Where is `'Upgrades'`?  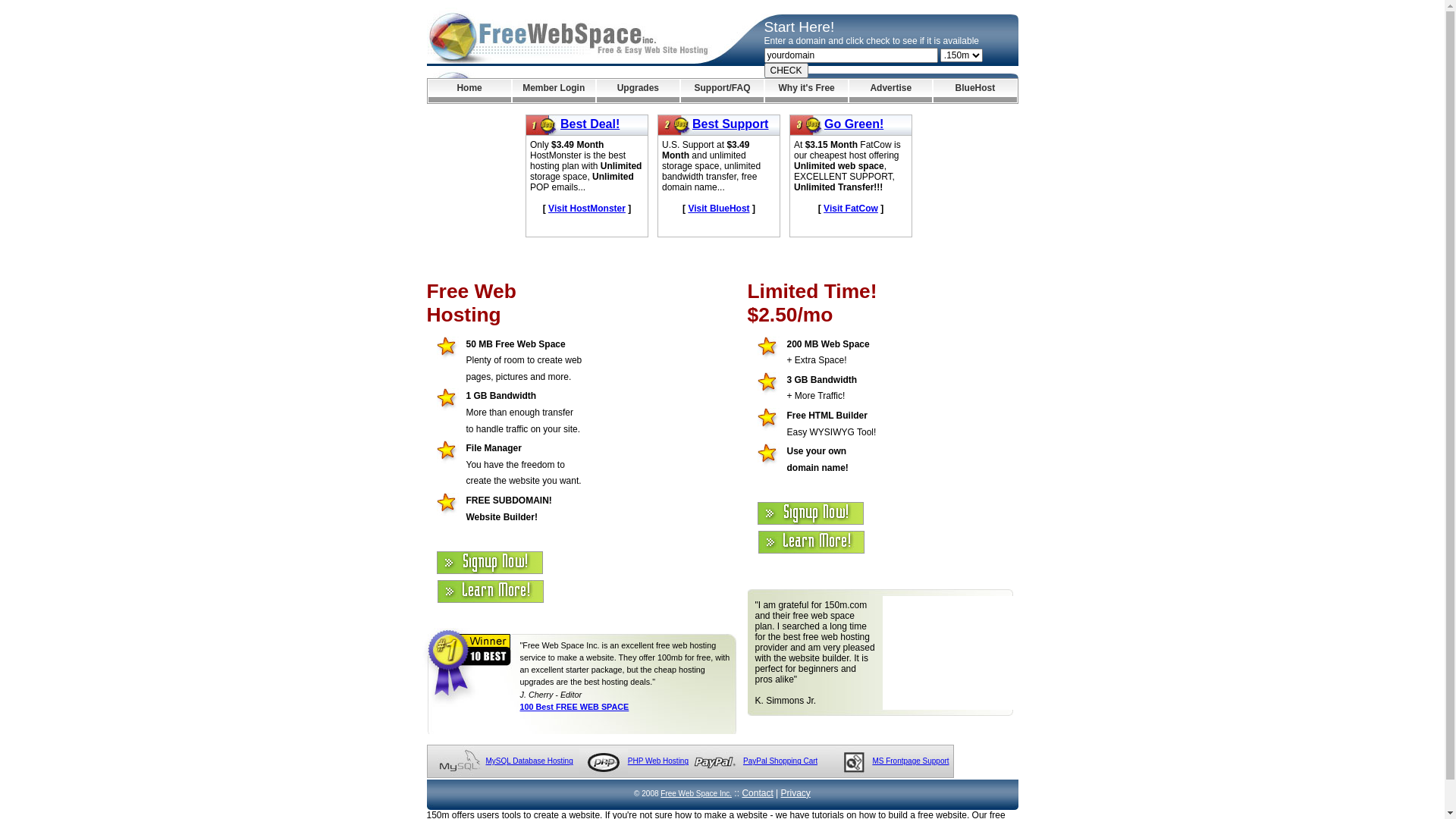
'Upgrades' is located at coordinates (638, 90).